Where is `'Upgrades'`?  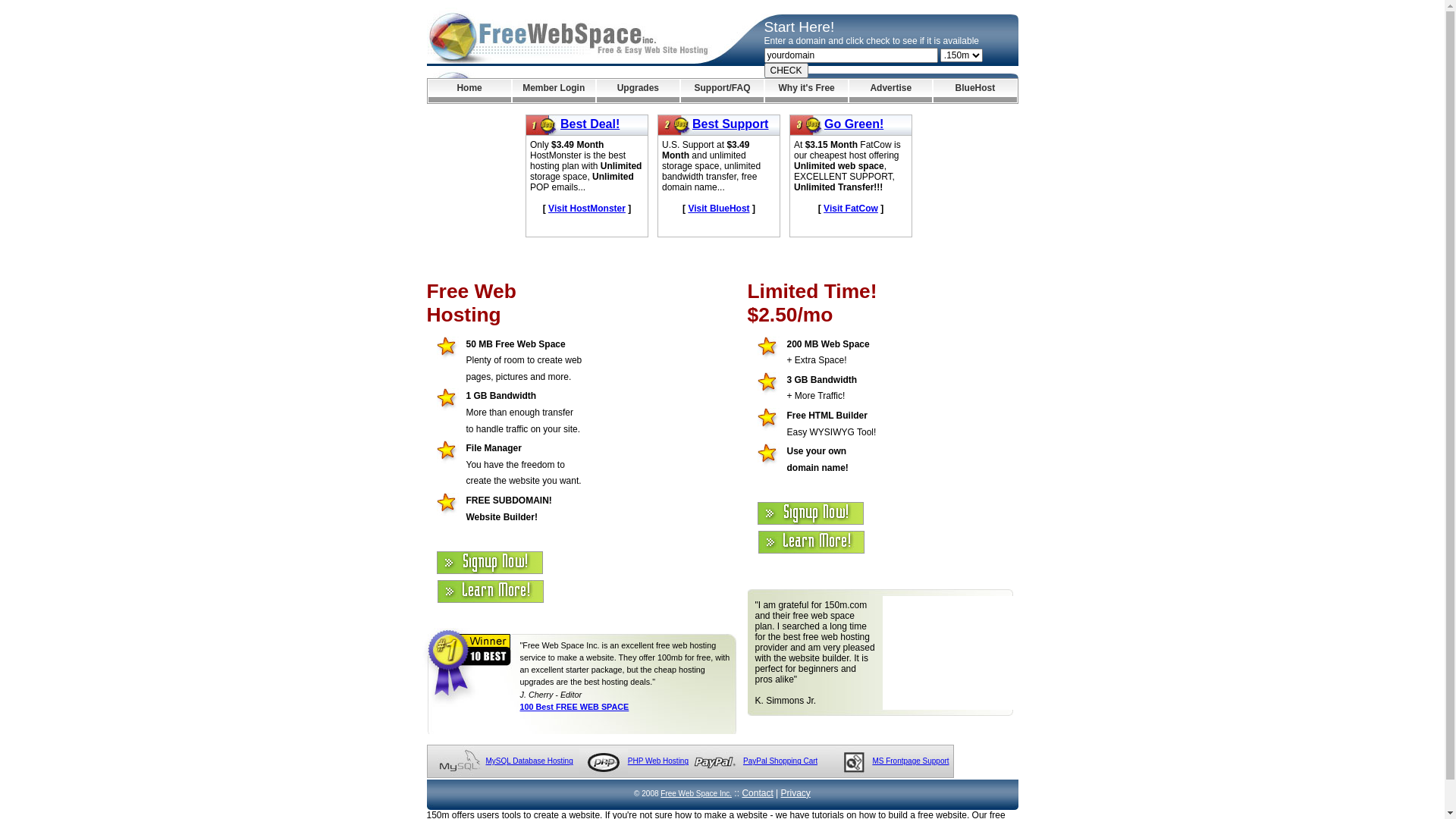
'Upgrades' is located at coordinates (638, 90).